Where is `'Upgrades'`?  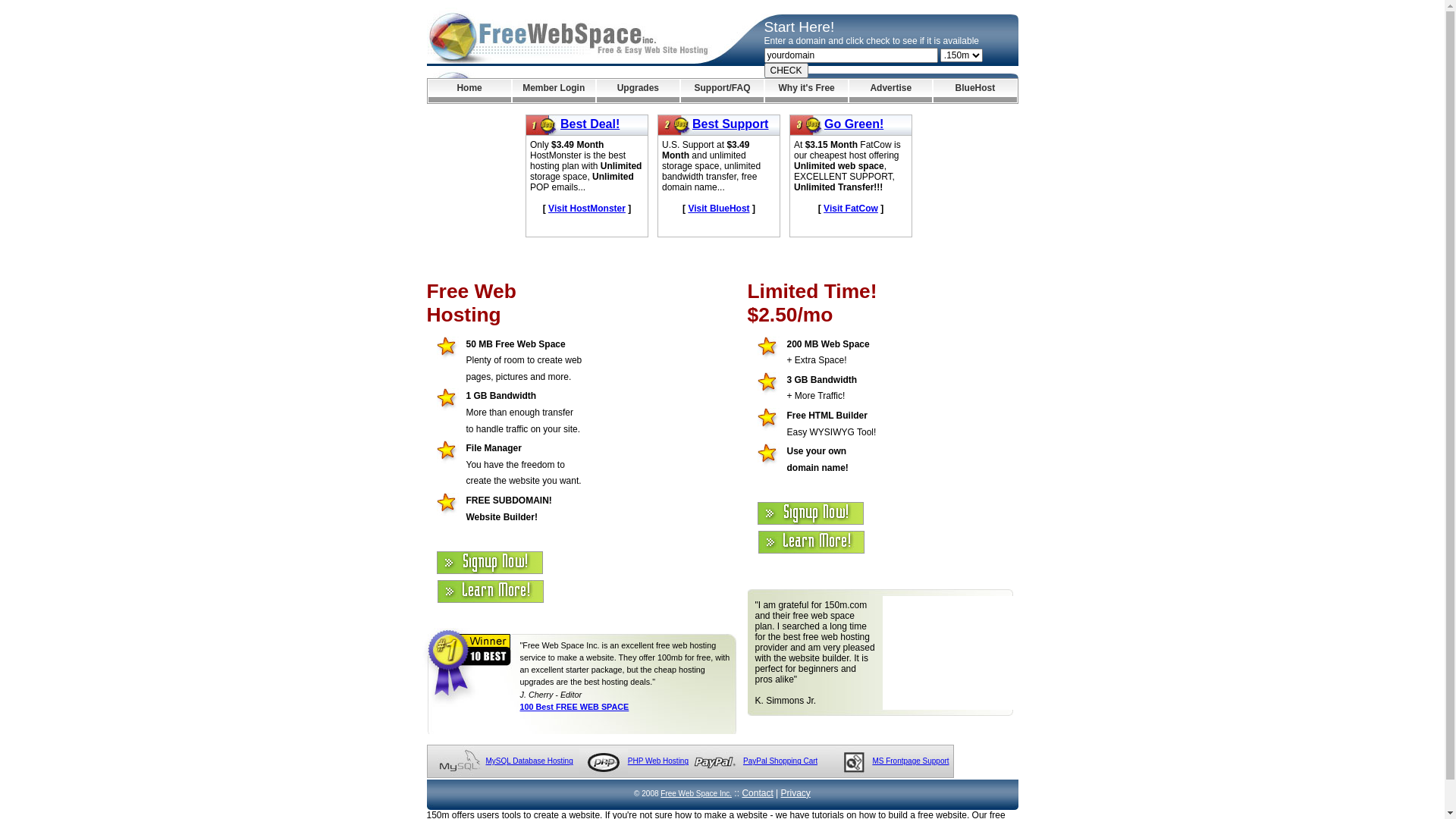
'Upgrades' is located at coordinates (638, 90).